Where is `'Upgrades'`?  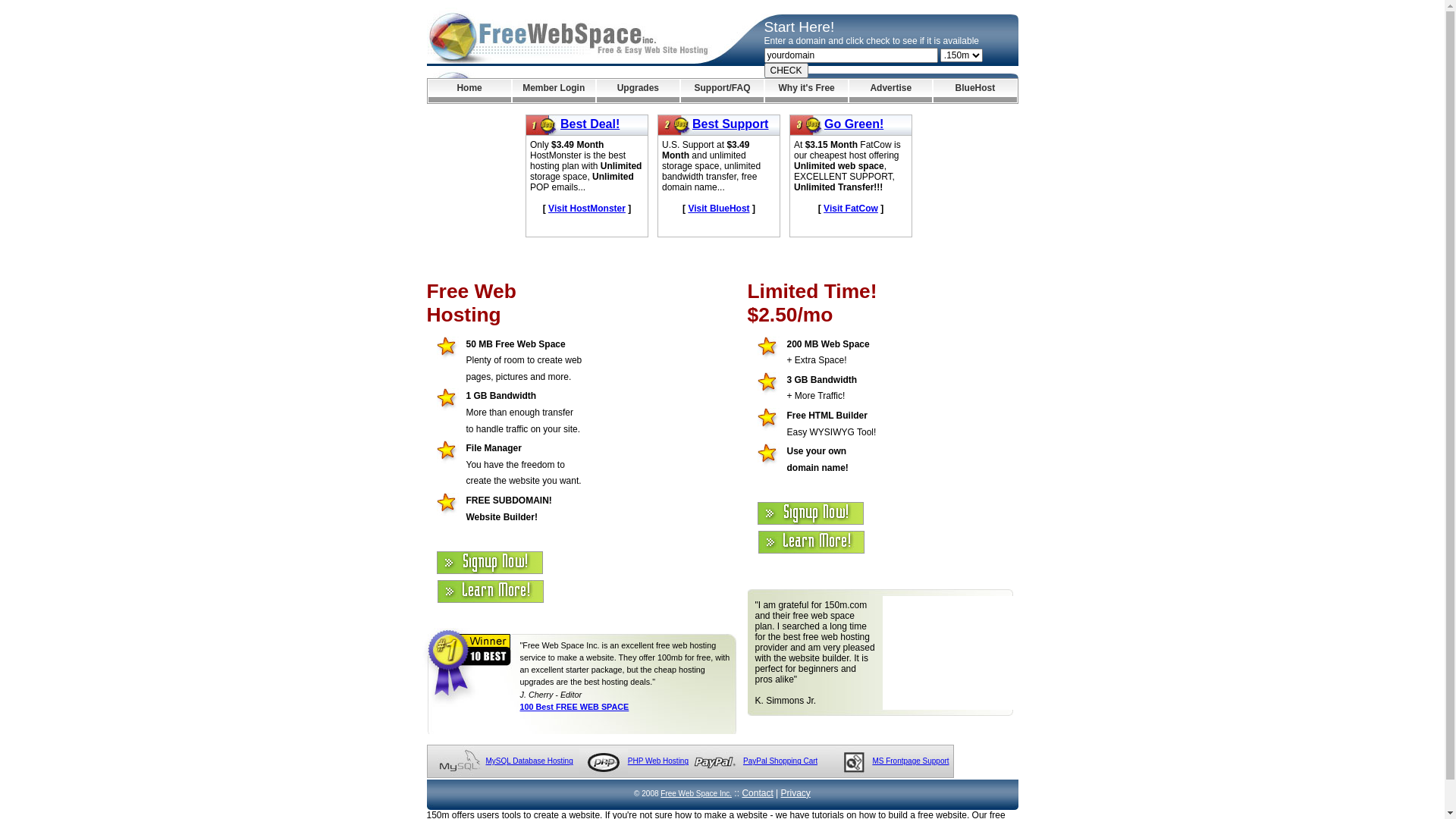
'Upgrades' is located at coordinates (638, 90).